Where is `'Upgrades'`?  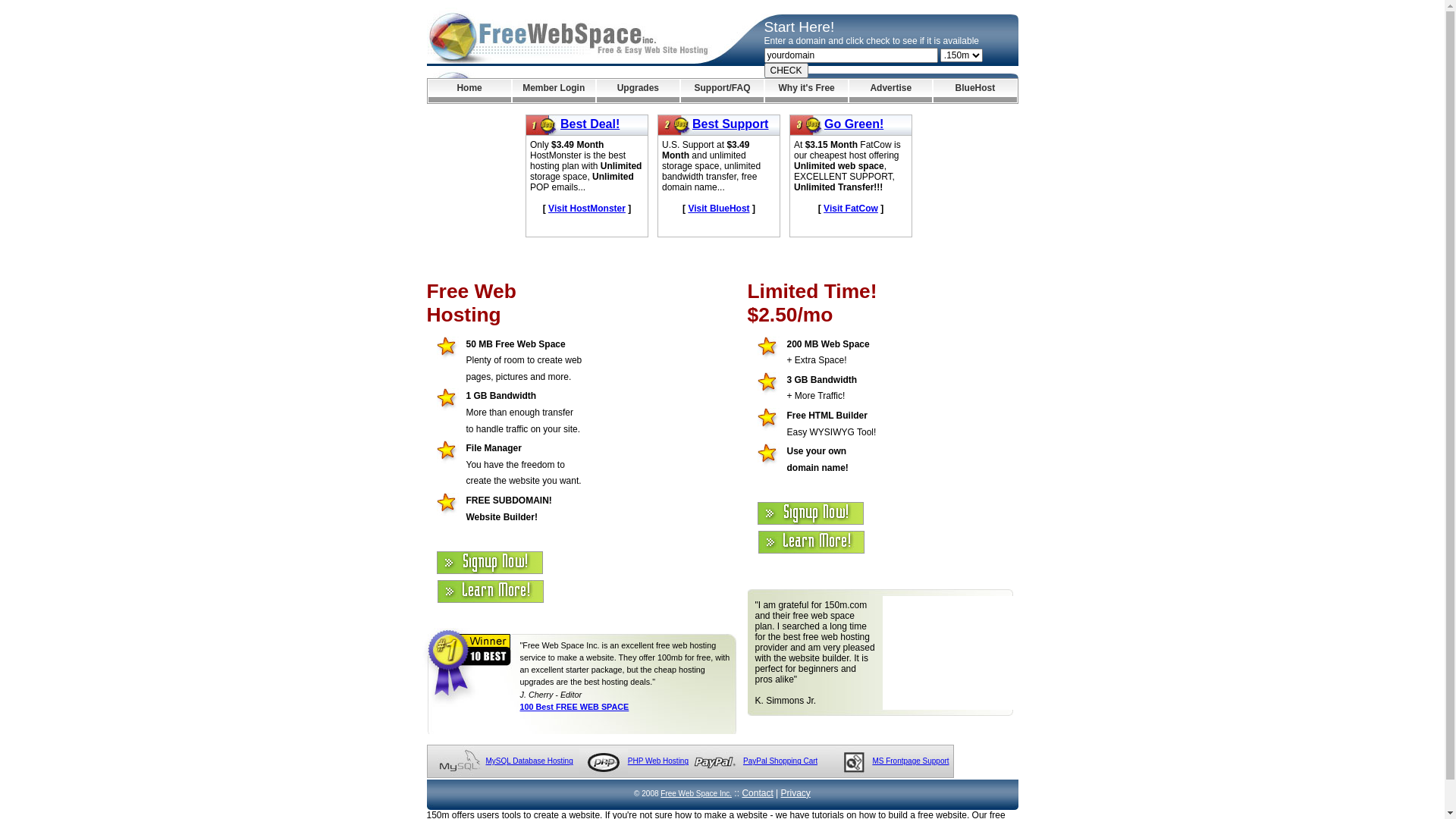
'Upgrades' is located at coordinates (638, 90).